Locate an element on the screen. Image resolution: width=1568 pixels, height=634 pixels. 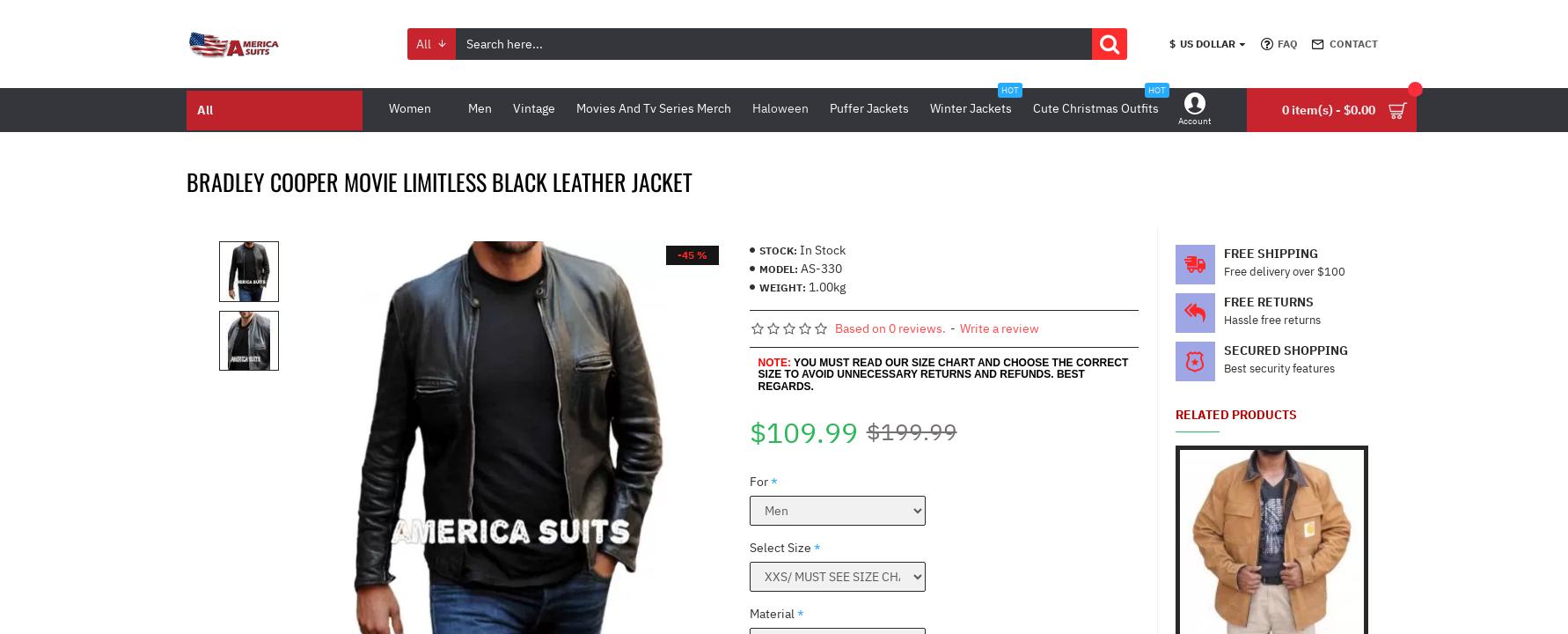
'Haloween' is located at coordinates (750, 107).